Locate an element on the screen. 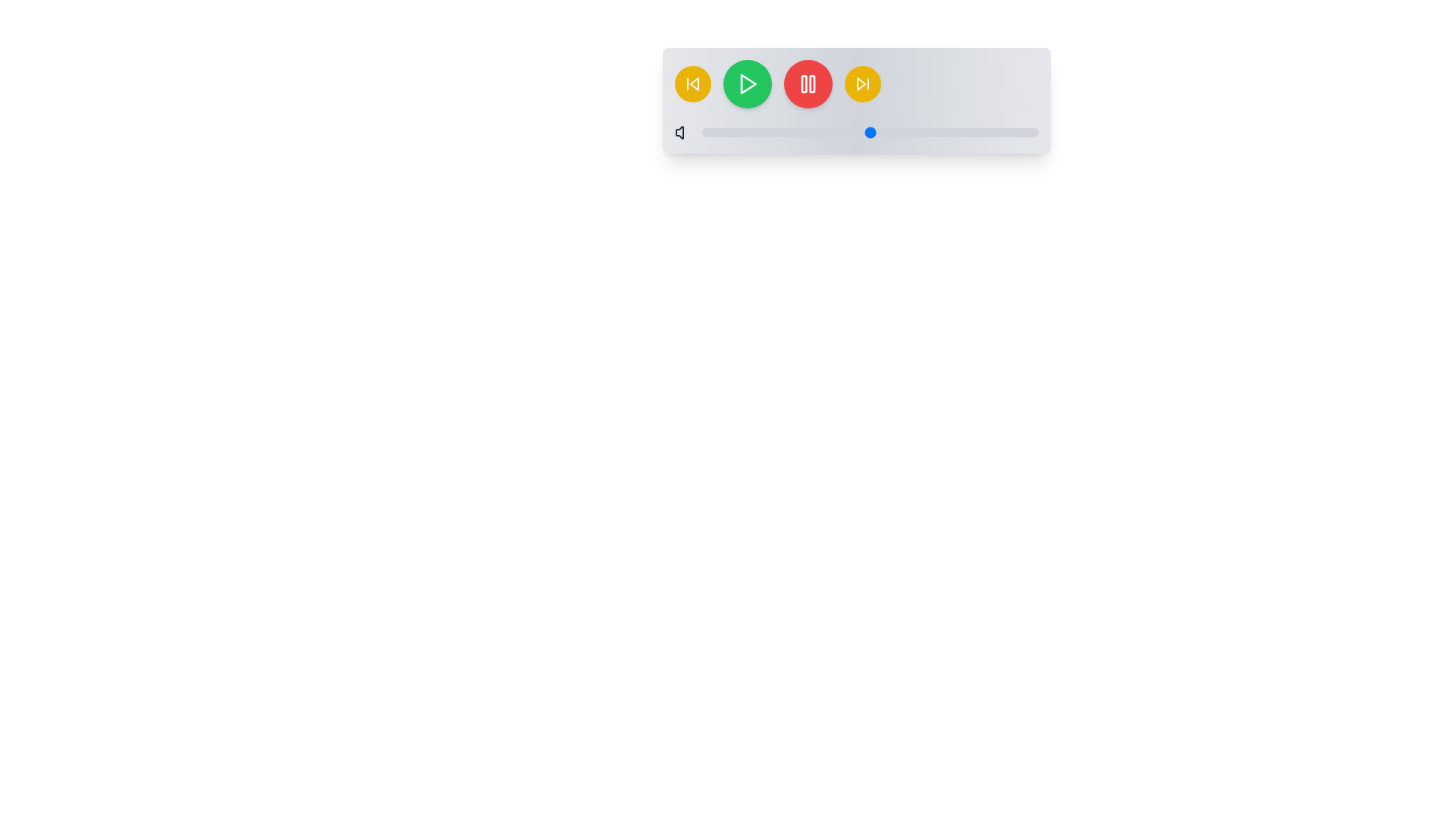  the circular red button with white pause icons is located at coordinates (807, 84).